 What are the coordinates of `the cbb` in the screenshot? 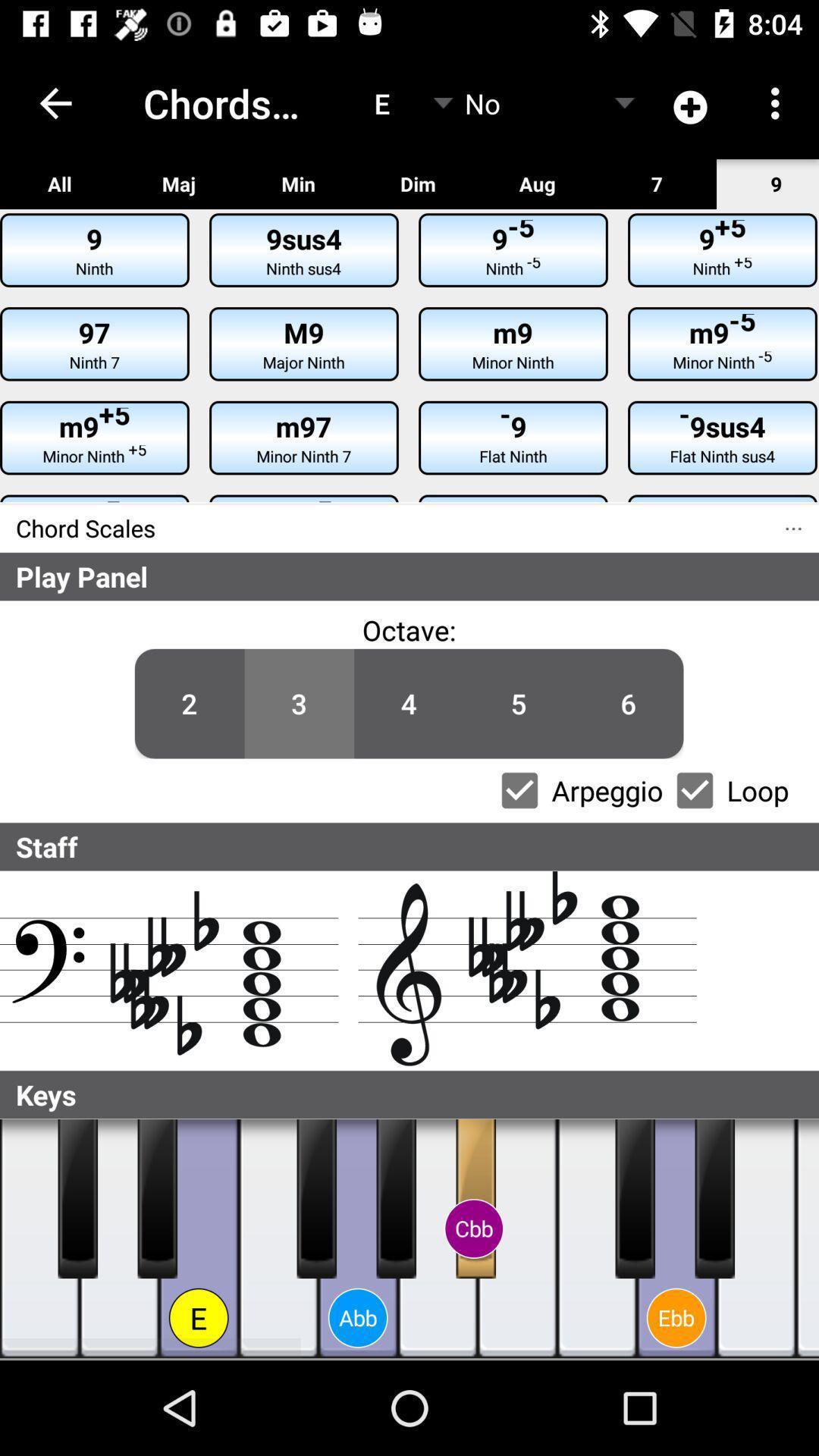 It's located at (473, 1228).